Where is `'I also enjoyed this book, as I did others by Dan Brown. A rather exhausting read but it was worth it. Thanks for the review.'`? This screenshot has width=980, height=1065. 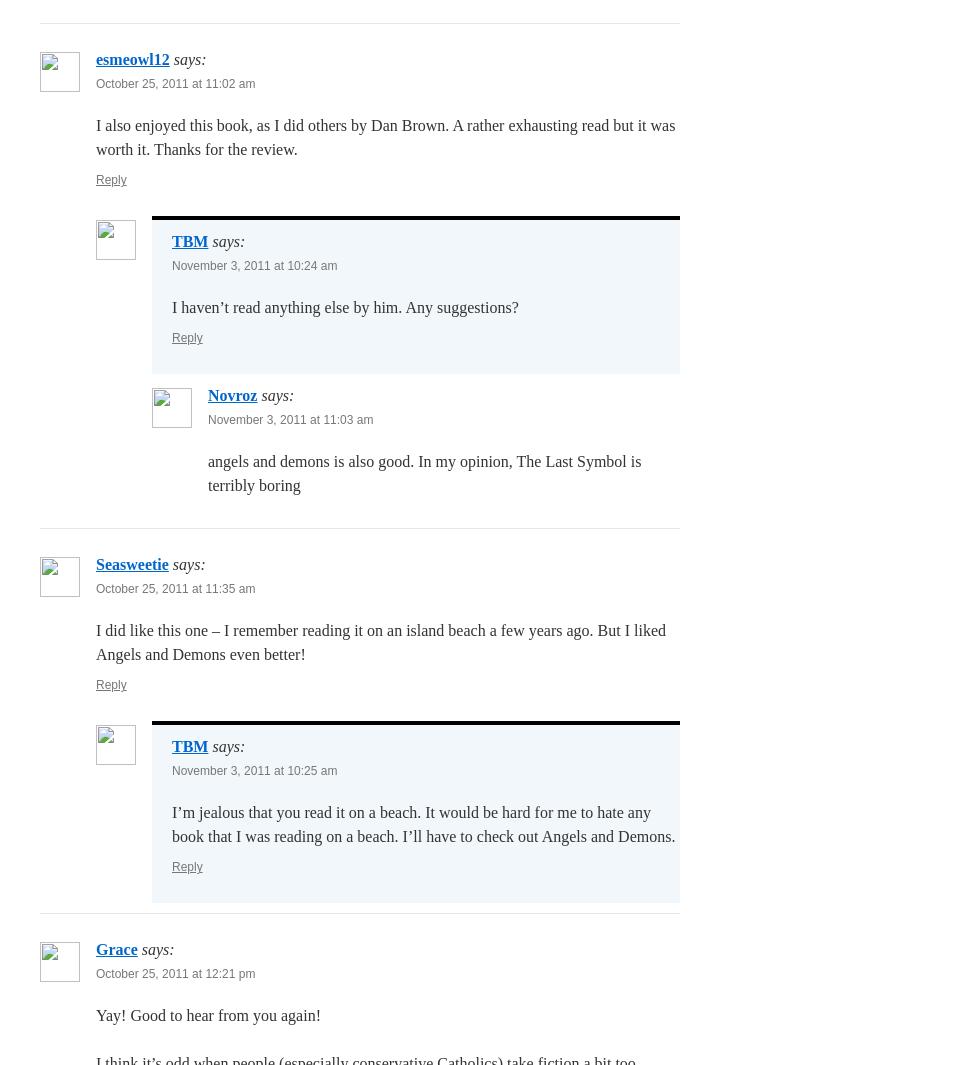 'I also enjoyed this book, as I did others by Dan Brown. A rather exhausting read but it was worth it. Thanks for the review.' is located at coordinates (385, 136).